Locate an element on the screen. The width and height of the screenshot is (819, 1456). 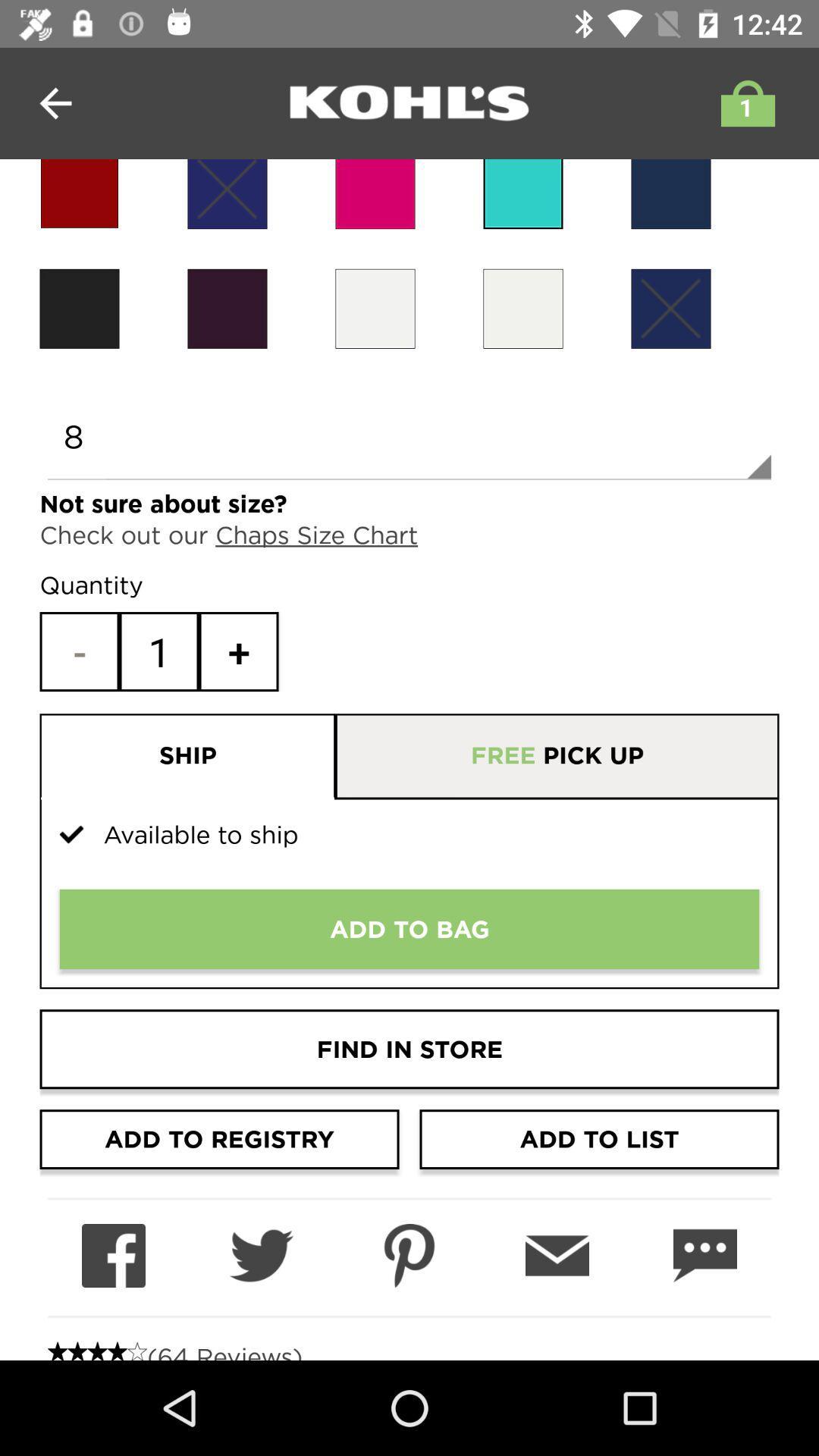
choose navy blue option is located at coordinates (670, 308).